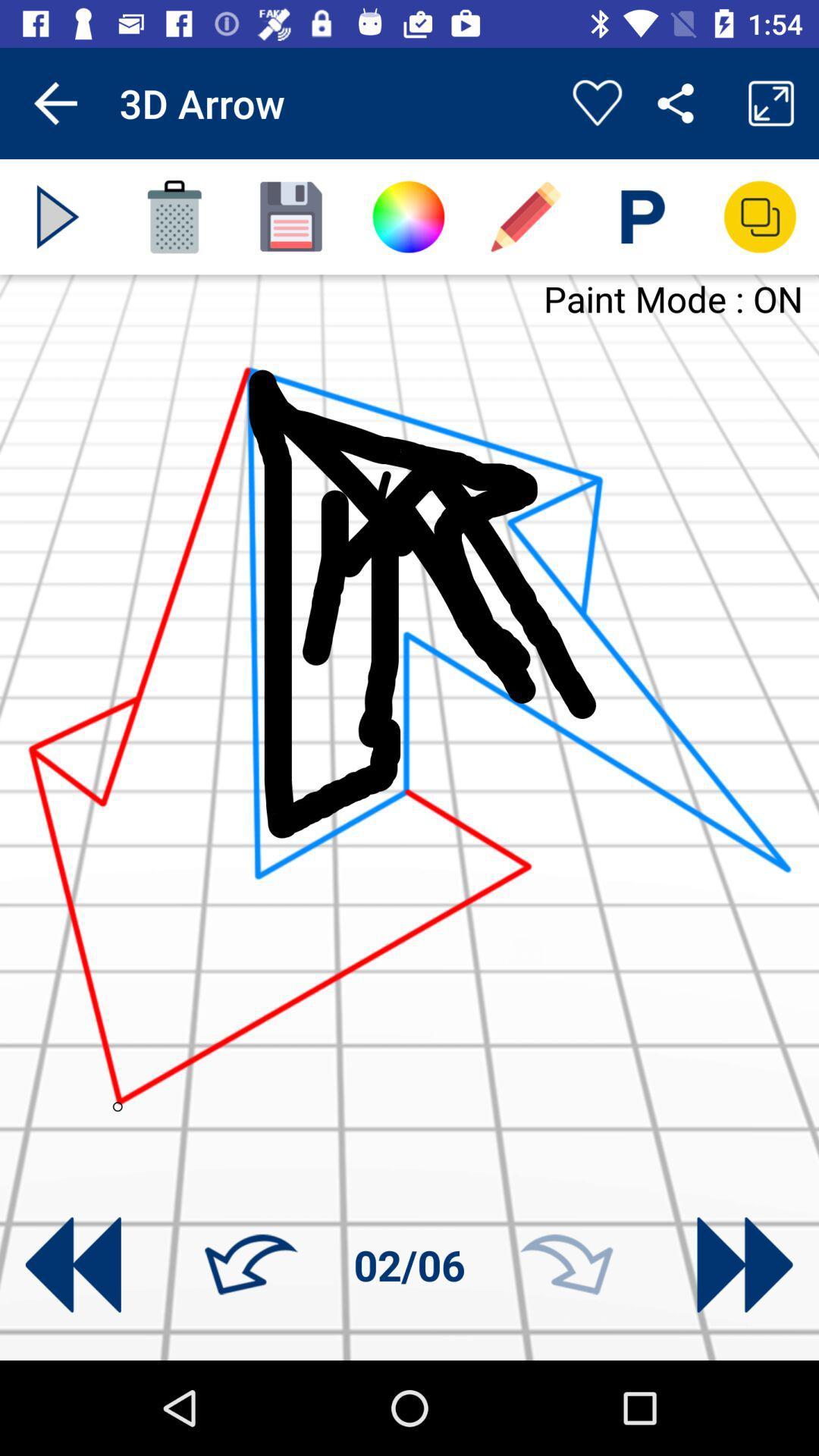 This screenshot has height=1456, width=819. I want to click on the undo icon, so click(250, 1265).